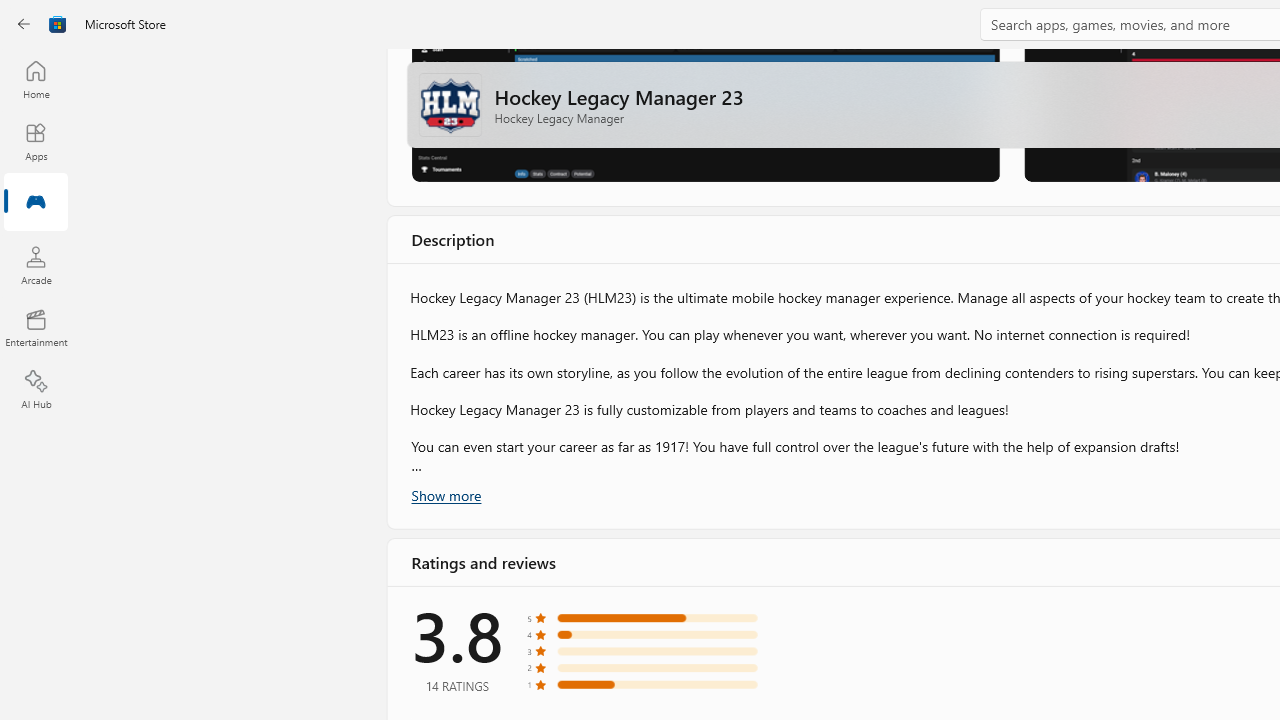 The image size is (1280, 720). What do you see at coordinates (35, 203) in the screenshot?
I see `'Gaming'` at bounding box center [35, 203].